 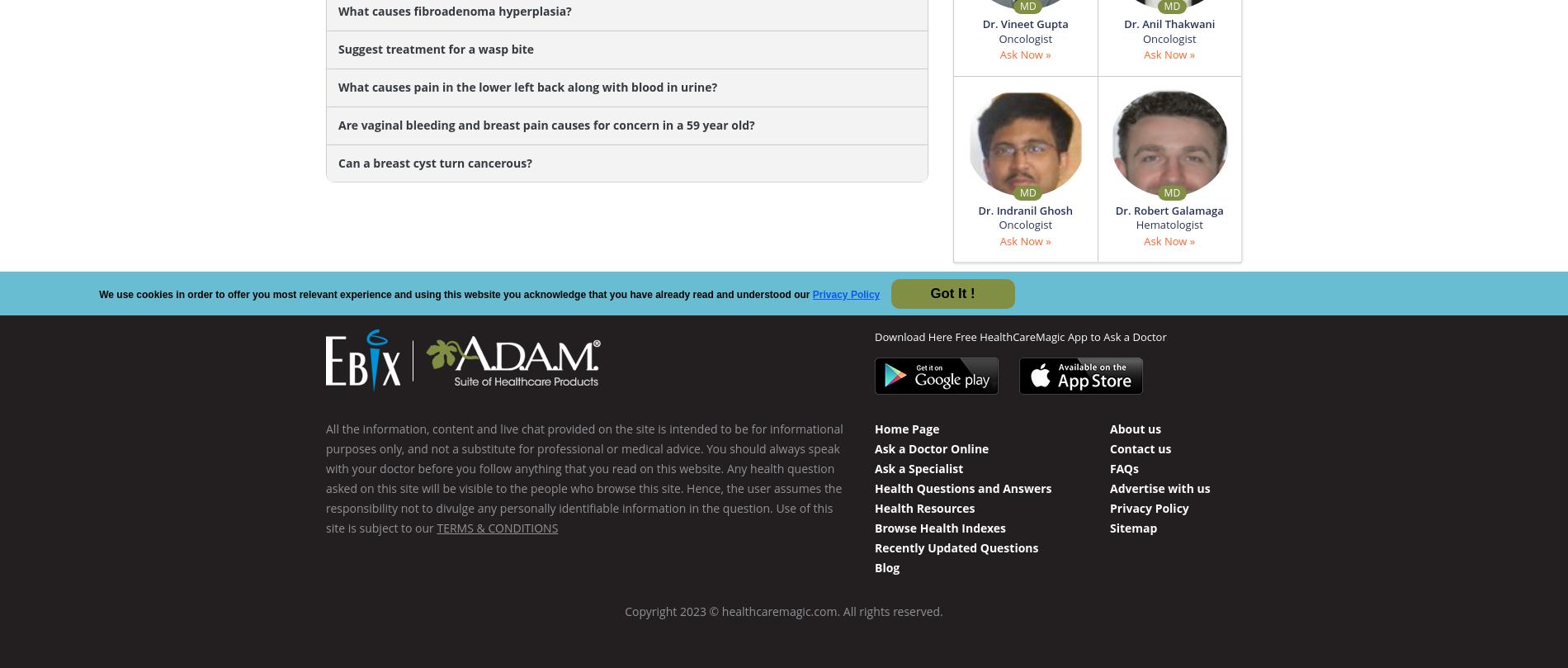 What do you see at coordinates (455, 295) in the screenshot?
I see `'We use cookies in order to offer you most relevant experience and using this website you acknowledge that you have already read and understood our'` at bounding box center [455, 295].